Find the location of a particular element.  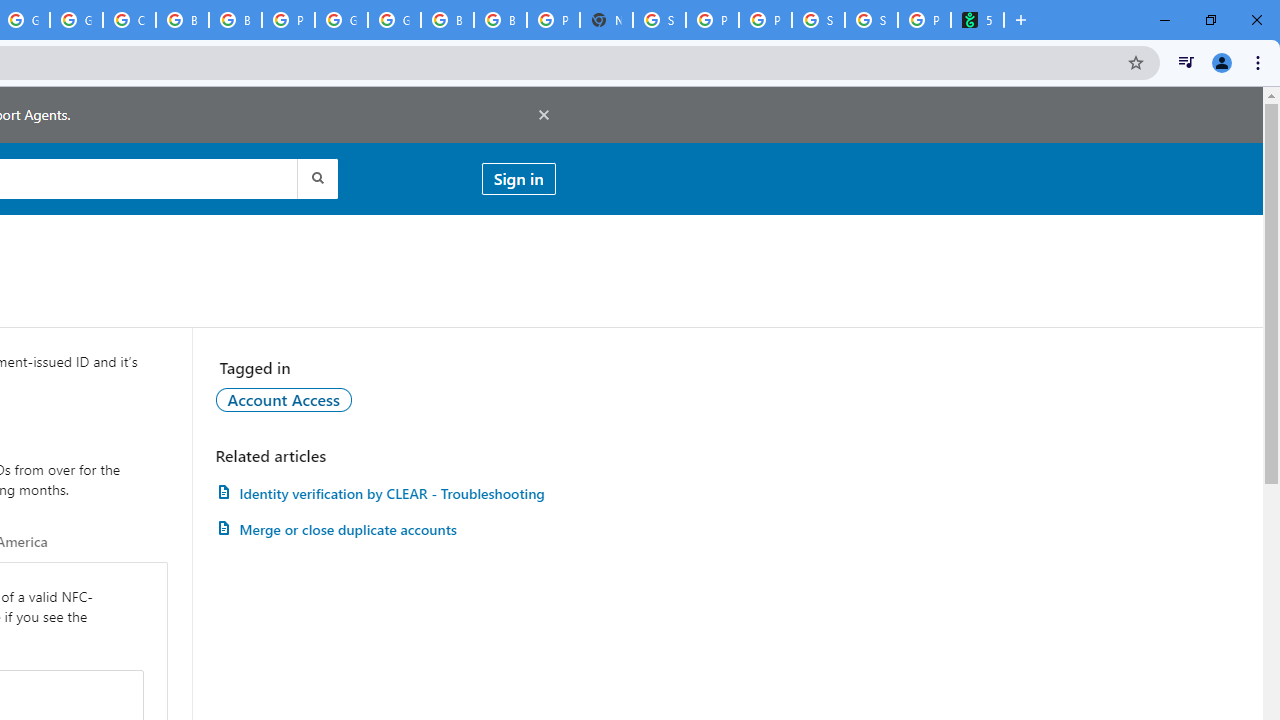

'Submit search' is located at coordinates (315, 177).